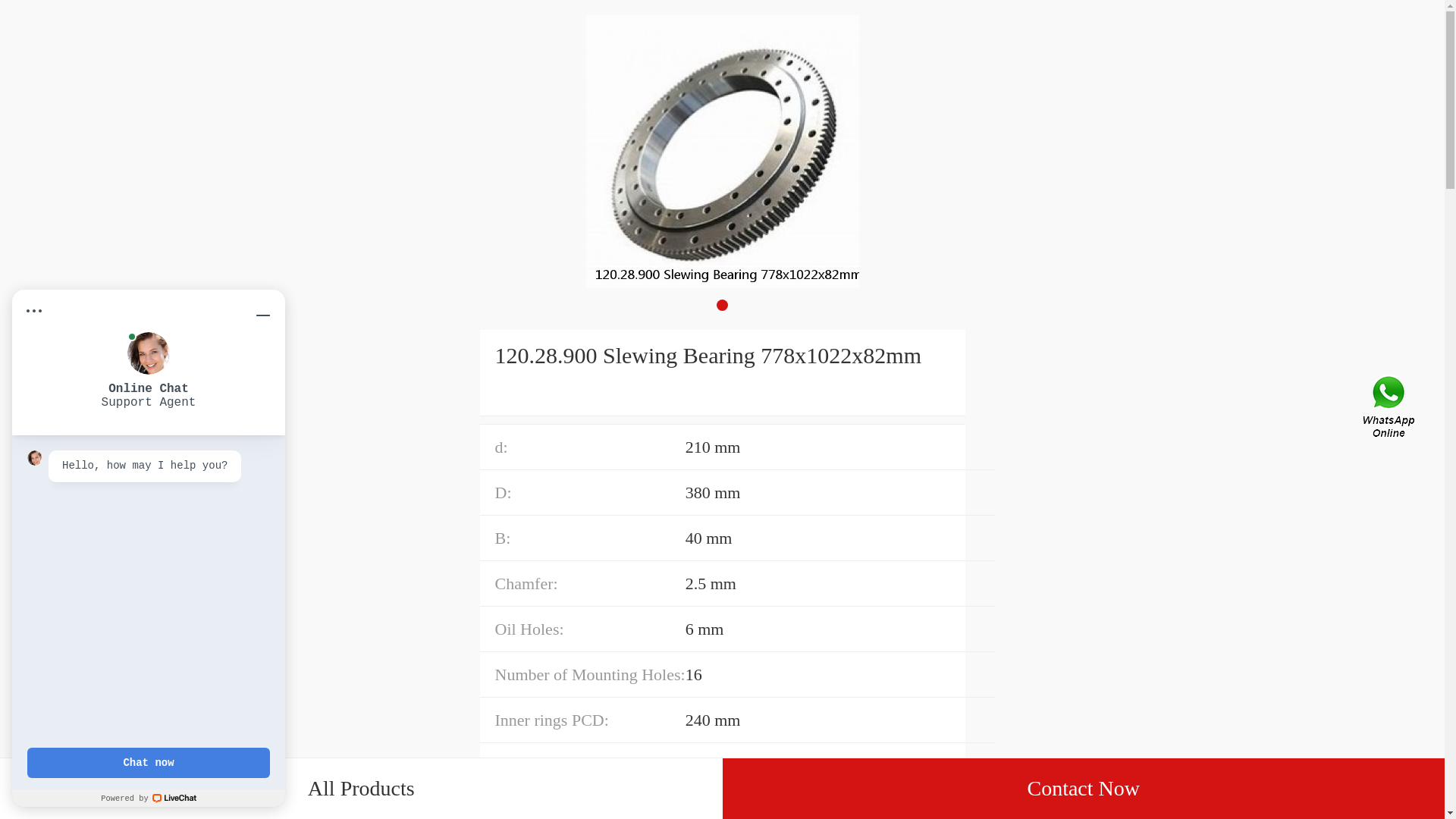 The height and width of the screenshot is (819, 1456). Describe the element at coordinates (1390, 409) in the screenshot. I see `'Contact Us'` at that location.